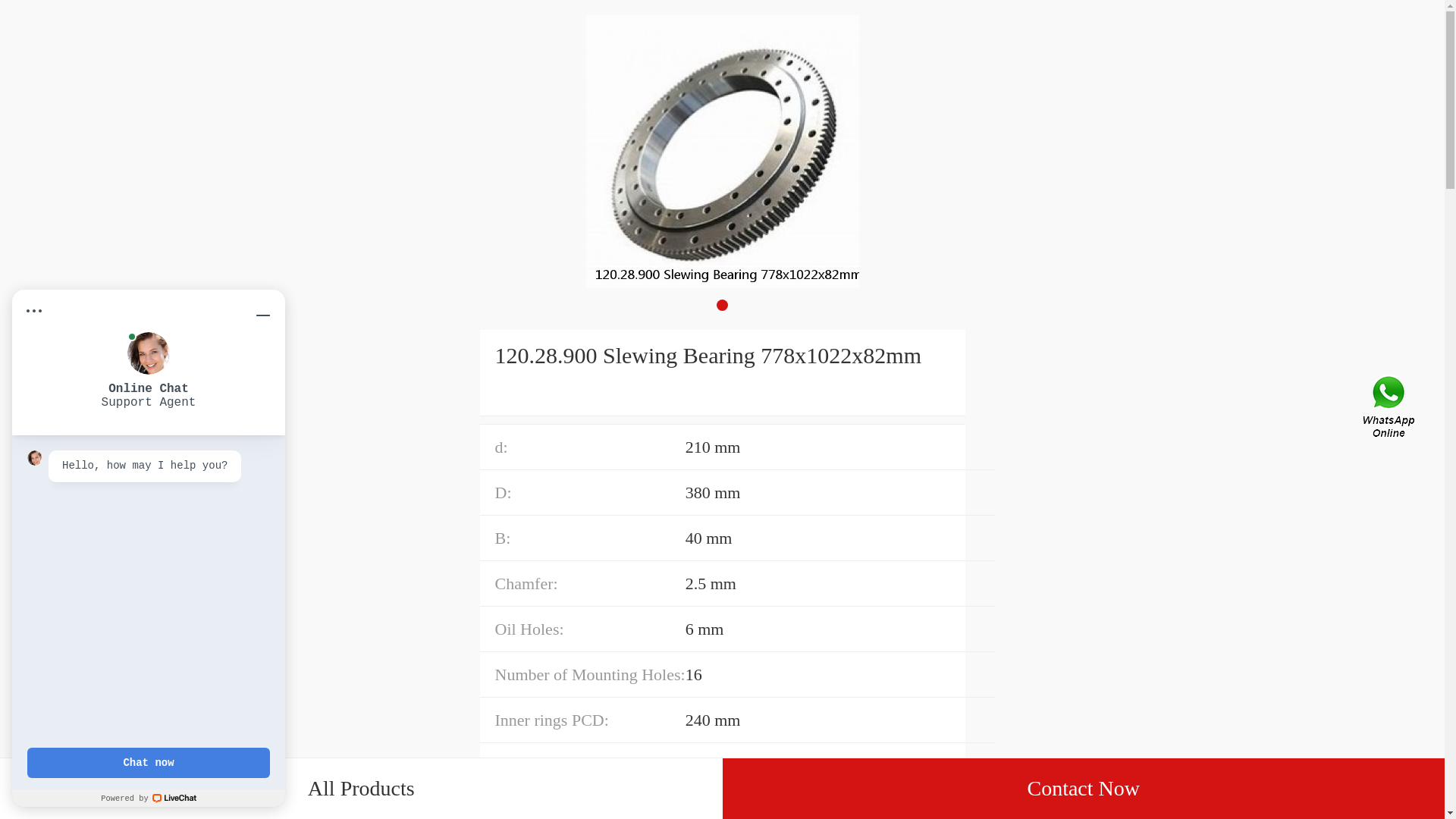 The height and width of the screenshot is (819, 1456). Describe the element at coordinates (1390, 409) in the screenshot. I see `'Contact Us'` at that location.